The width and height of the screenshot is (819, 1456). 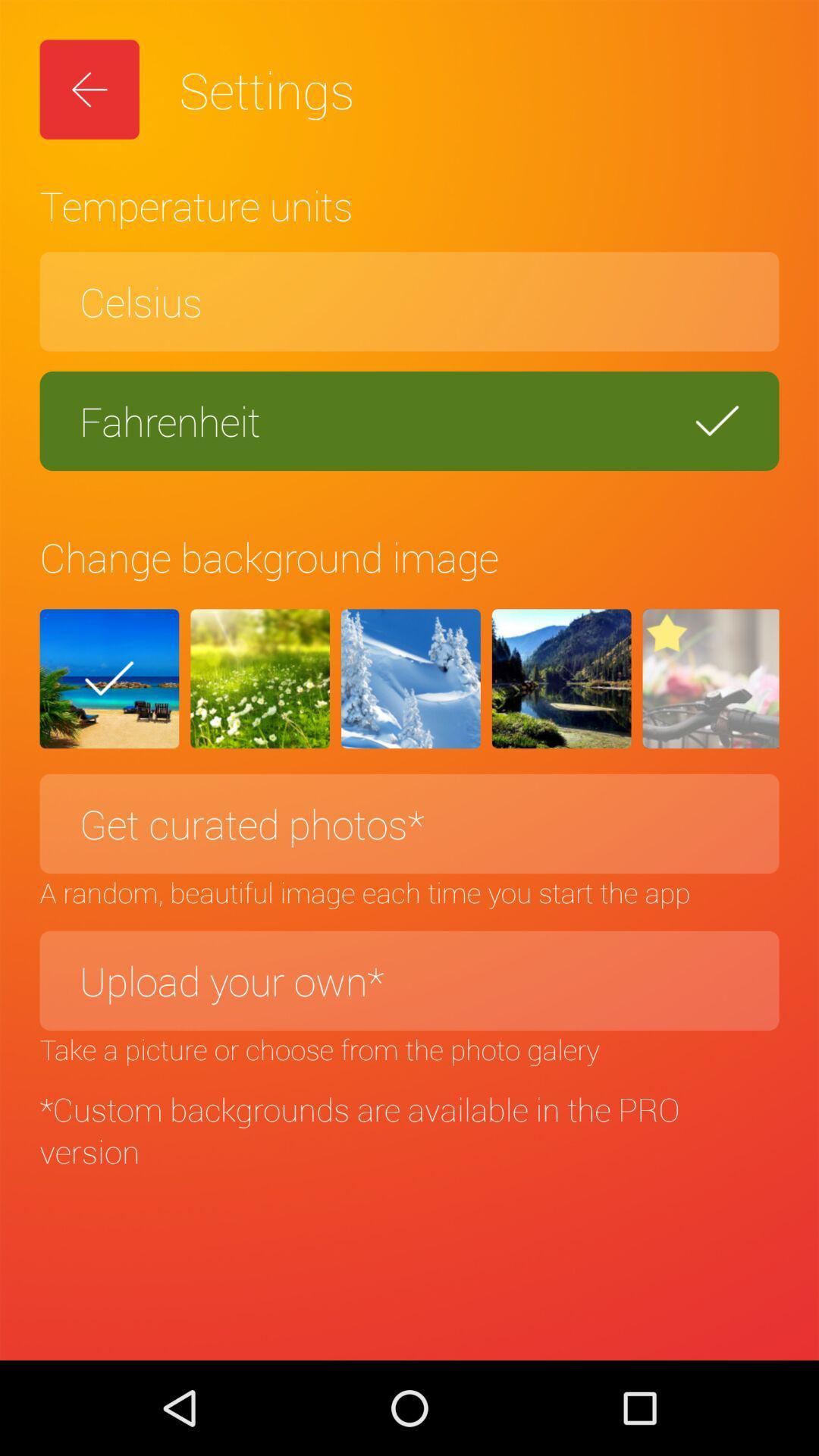 What do you see at coordinates (561, 678) in the screenshot?
I see `the icon below change background image icon` at bounding box center [561, 678].